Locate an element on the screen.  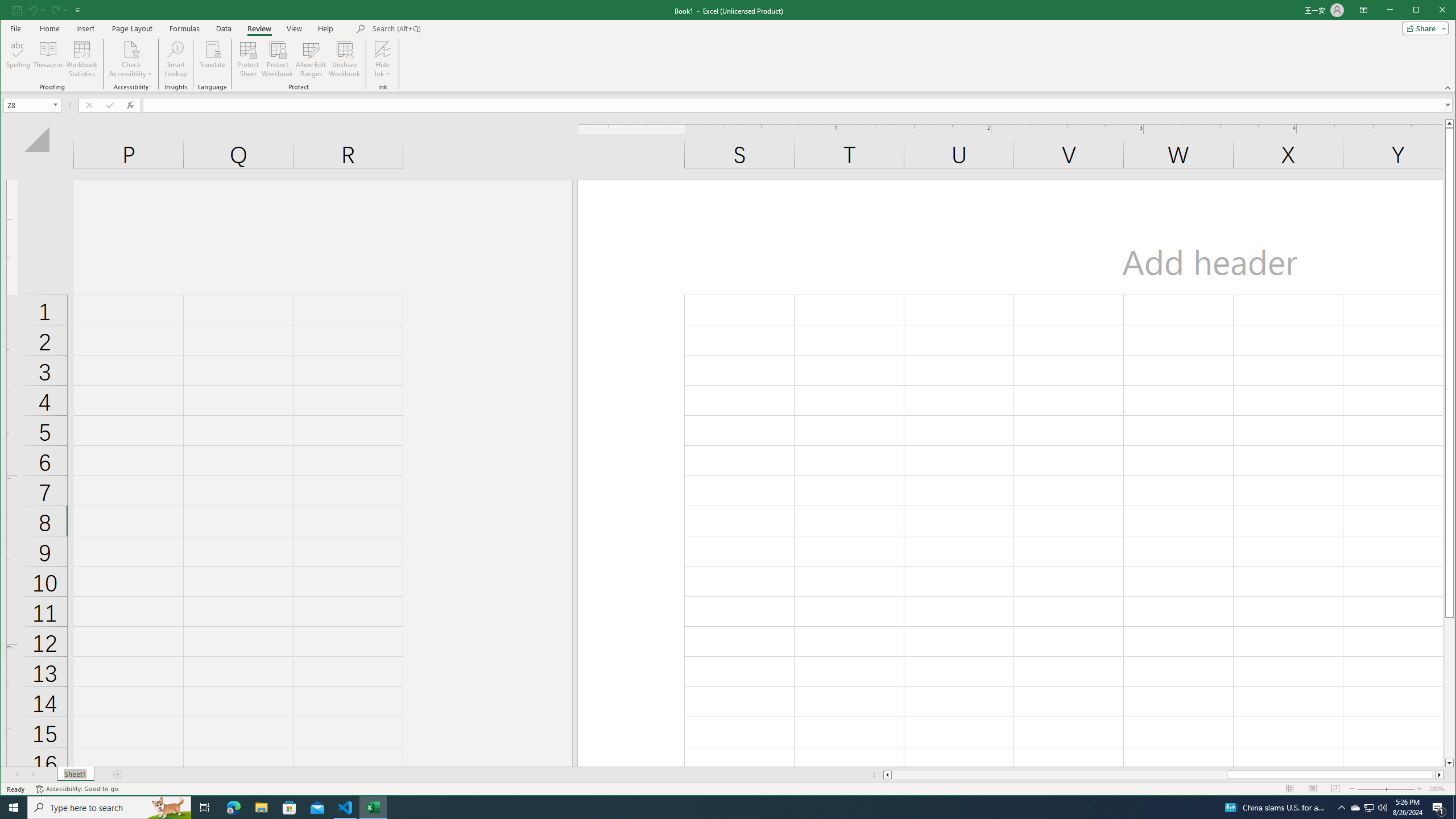
'Class: MsoCommandBar' is located at coordinates (728, 45).